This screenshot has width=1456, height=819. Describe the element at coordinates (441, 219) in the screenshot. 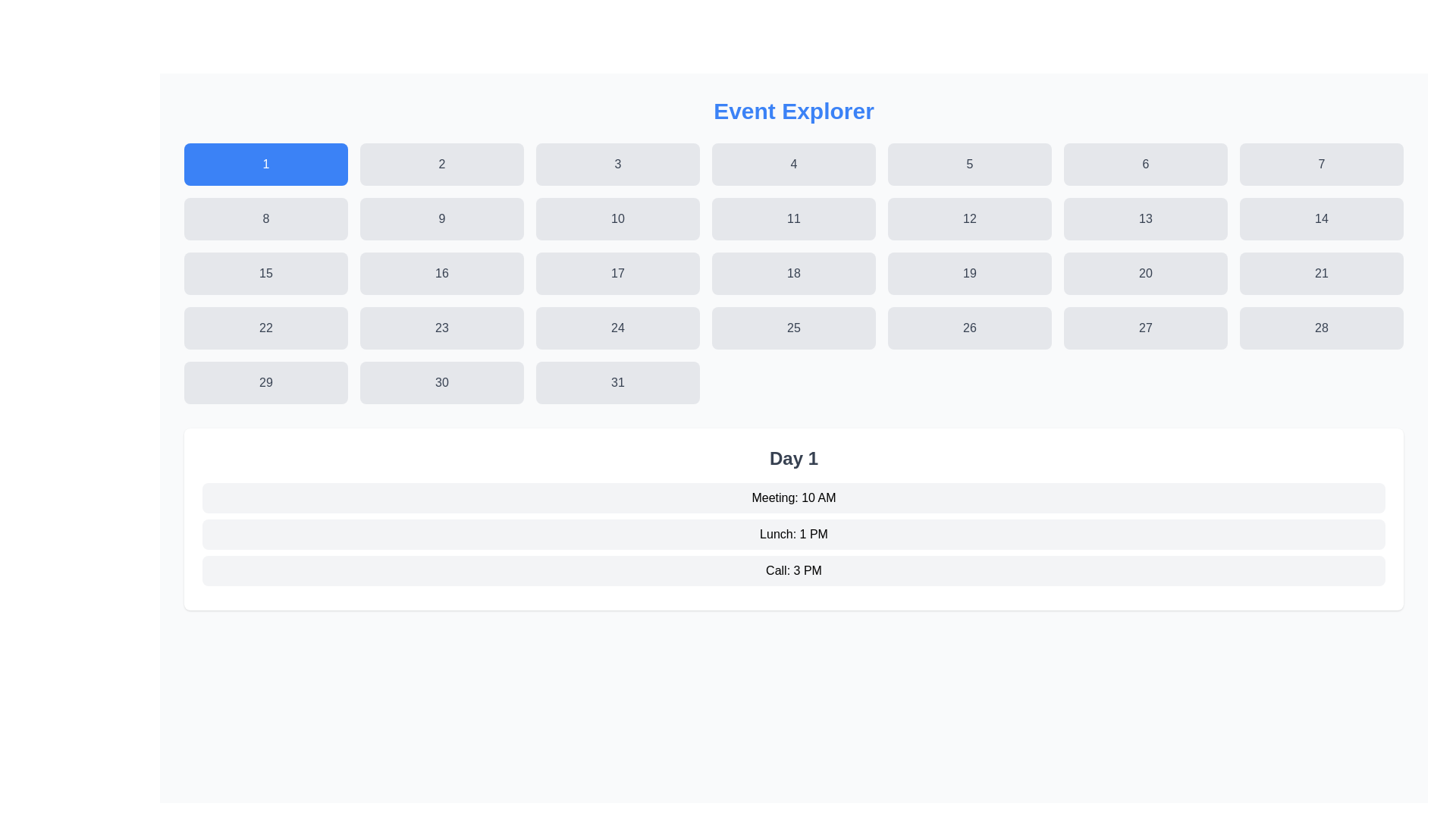

I see `the rectangular button with rounded corners labeled '9' to scale it visually` at that location.